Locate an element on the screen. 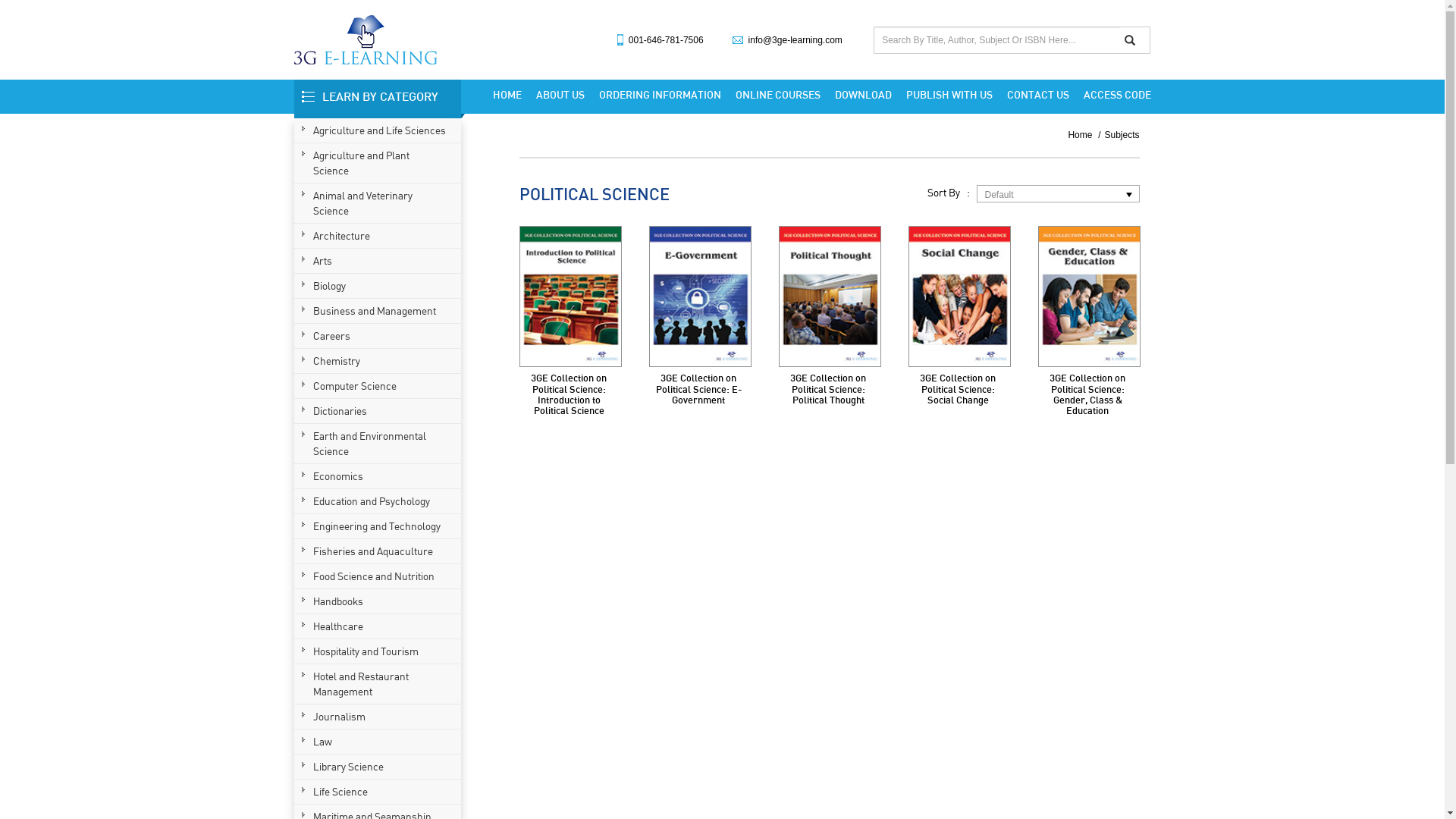 This screenshot has width=1456, height=819. 'Hospitality and Tourism' is located at coordinates (378, 651).